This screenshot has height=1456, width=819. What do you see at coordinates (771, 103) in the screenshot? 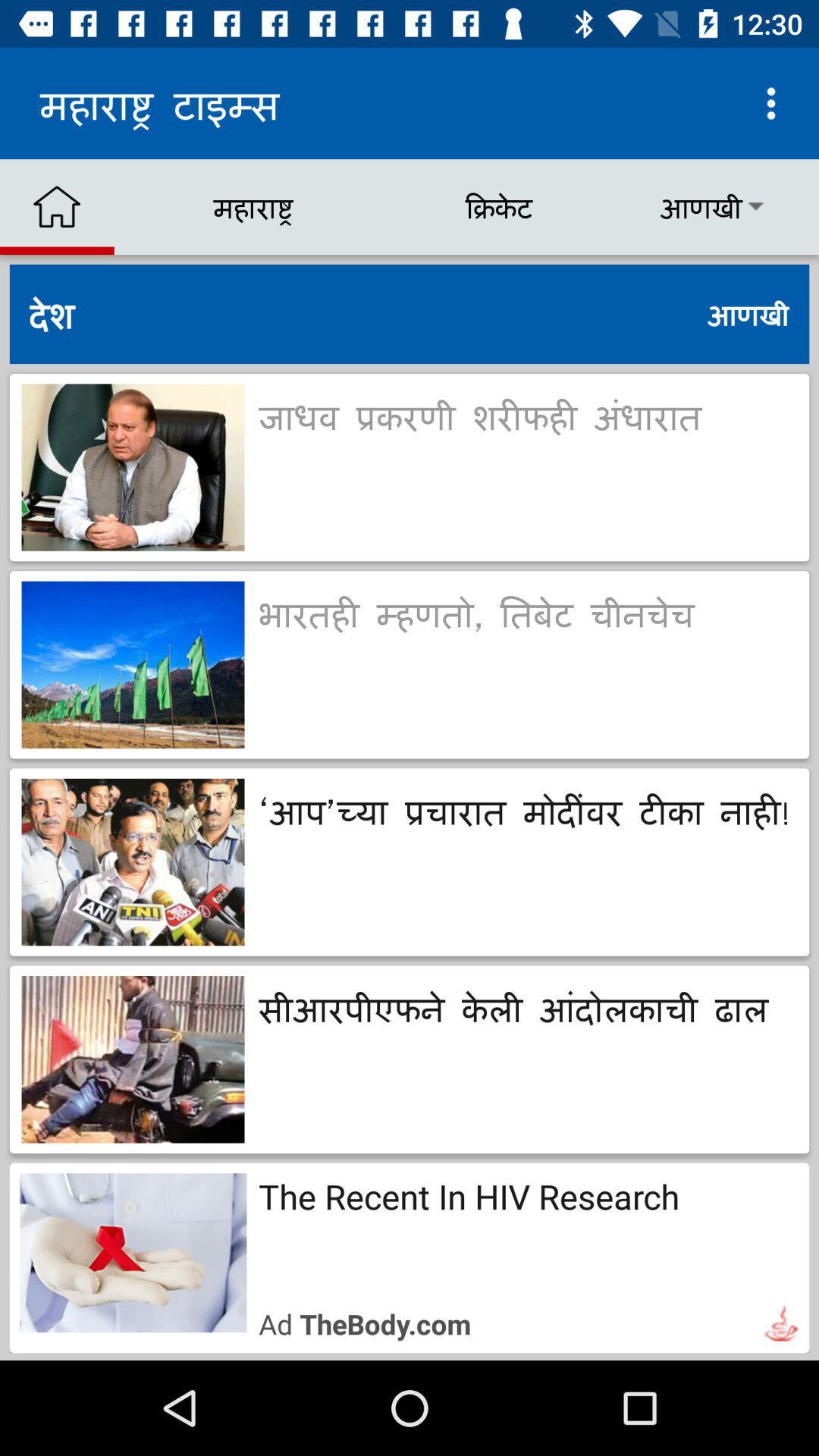
I see `the button which is on top right` at bounding box center [771, 103].